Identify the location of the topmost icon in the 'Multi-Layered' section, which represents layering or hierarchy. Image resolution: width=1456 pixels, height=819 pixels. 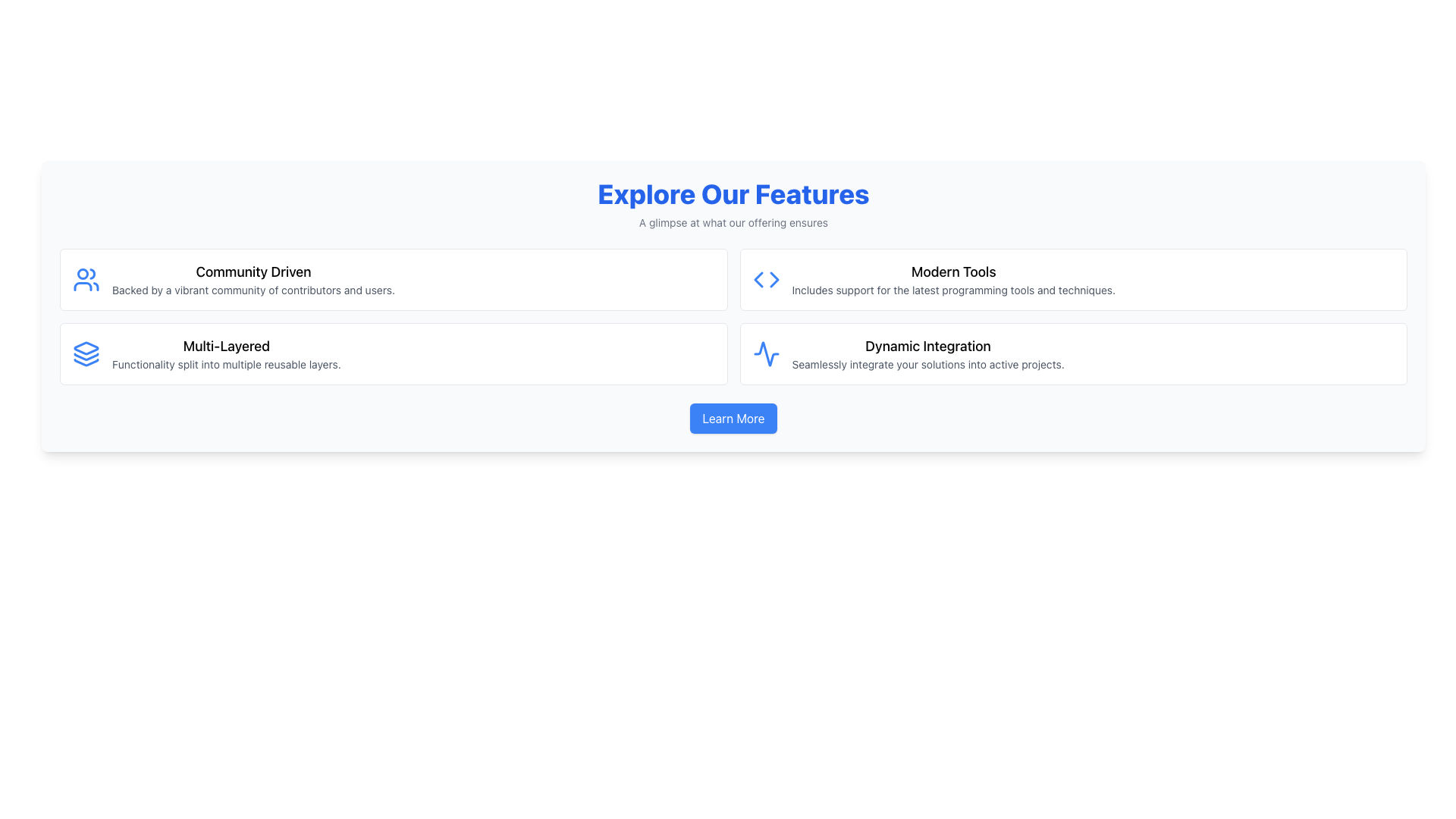
(86, 348).